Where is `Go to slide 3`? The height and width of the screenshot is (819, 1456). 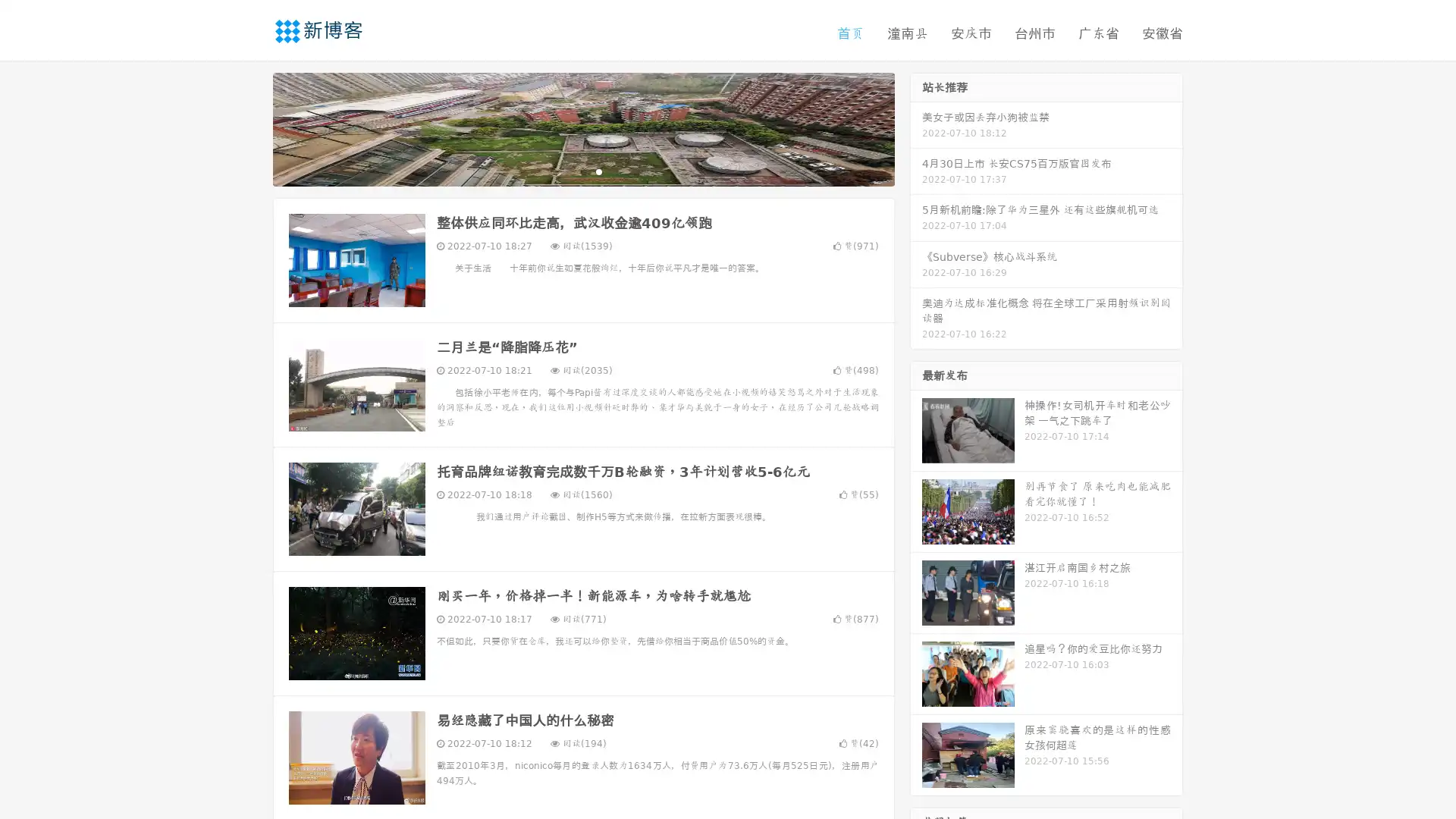
Go to slide 3 is located at coordinates (598, 171).